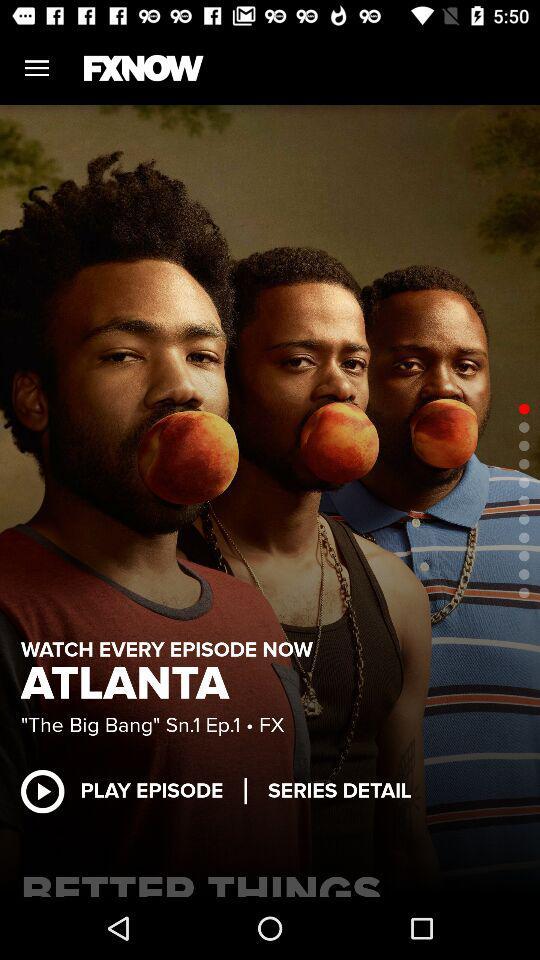 The width and height of the screenshot is (540, 960). Describe the element at coordinates (132, 791) in the screenshot. I see `the play episode icon` at that location.